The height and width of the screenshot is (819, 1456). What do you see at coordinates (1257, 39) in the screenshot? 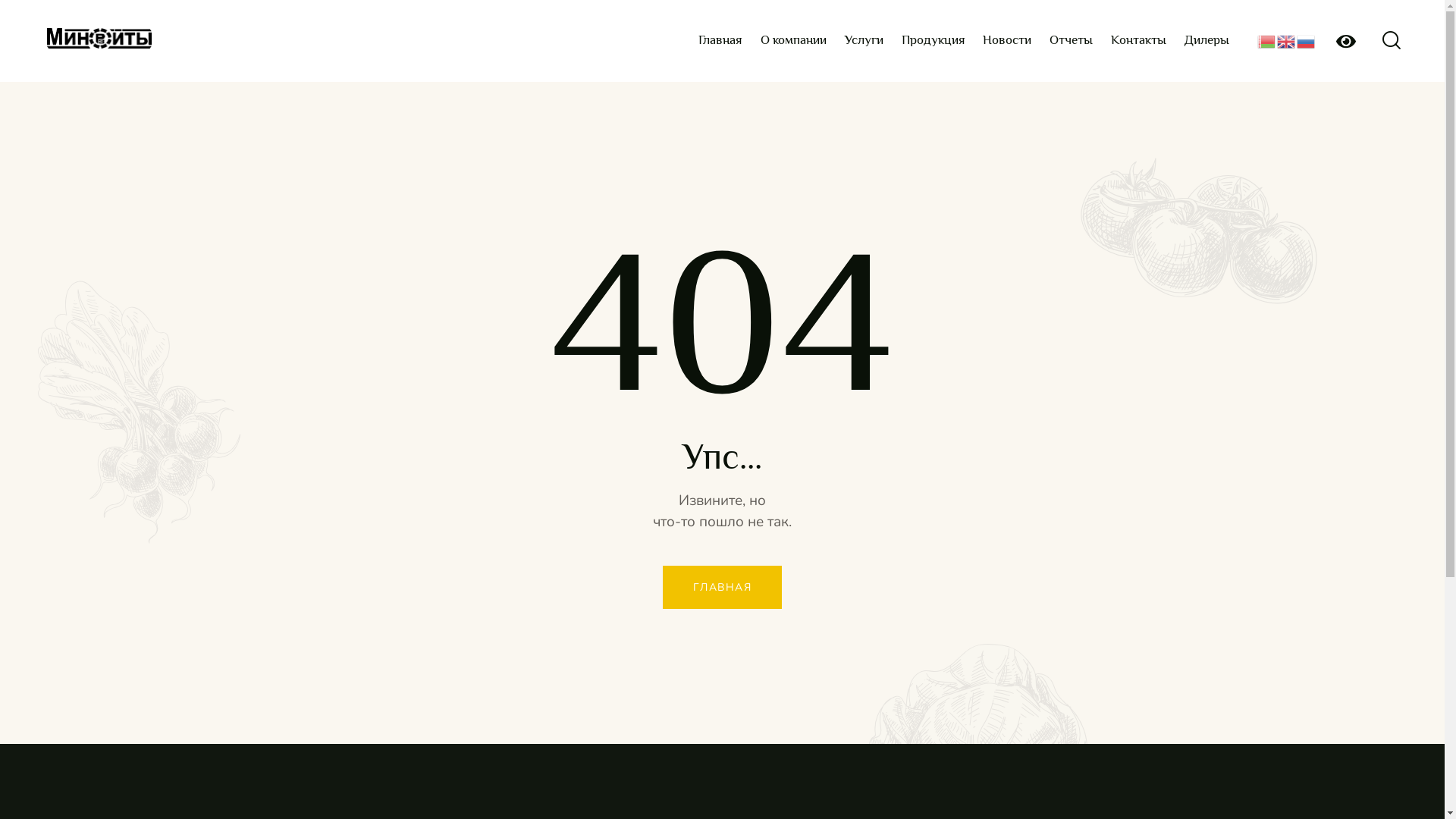
I see `'Belarusian'` at bounding box center [1257, 39].